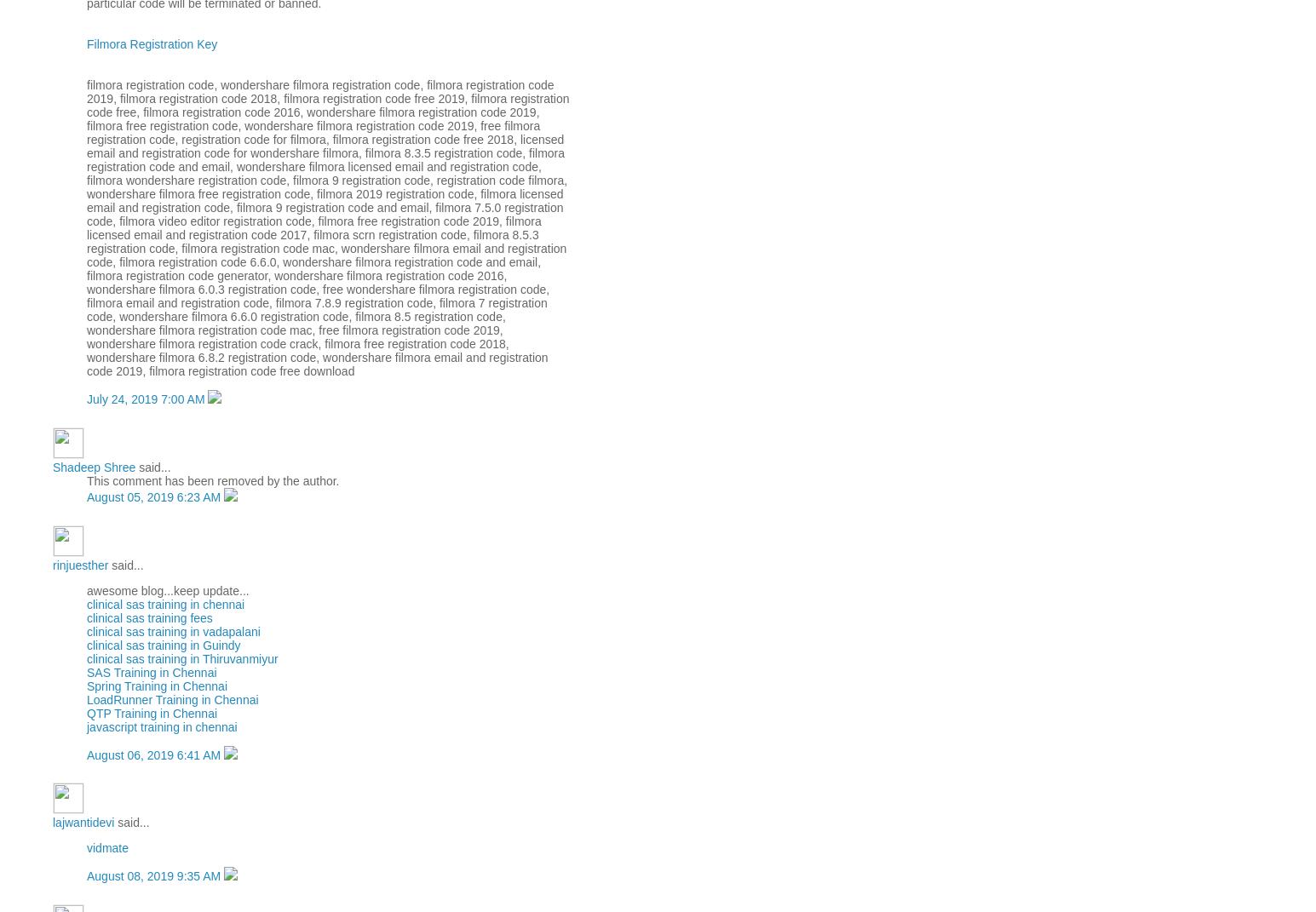 This screenshot has width=1316, height=912. I want to click on 'QTP Training in Chennai', so click(152, 711).